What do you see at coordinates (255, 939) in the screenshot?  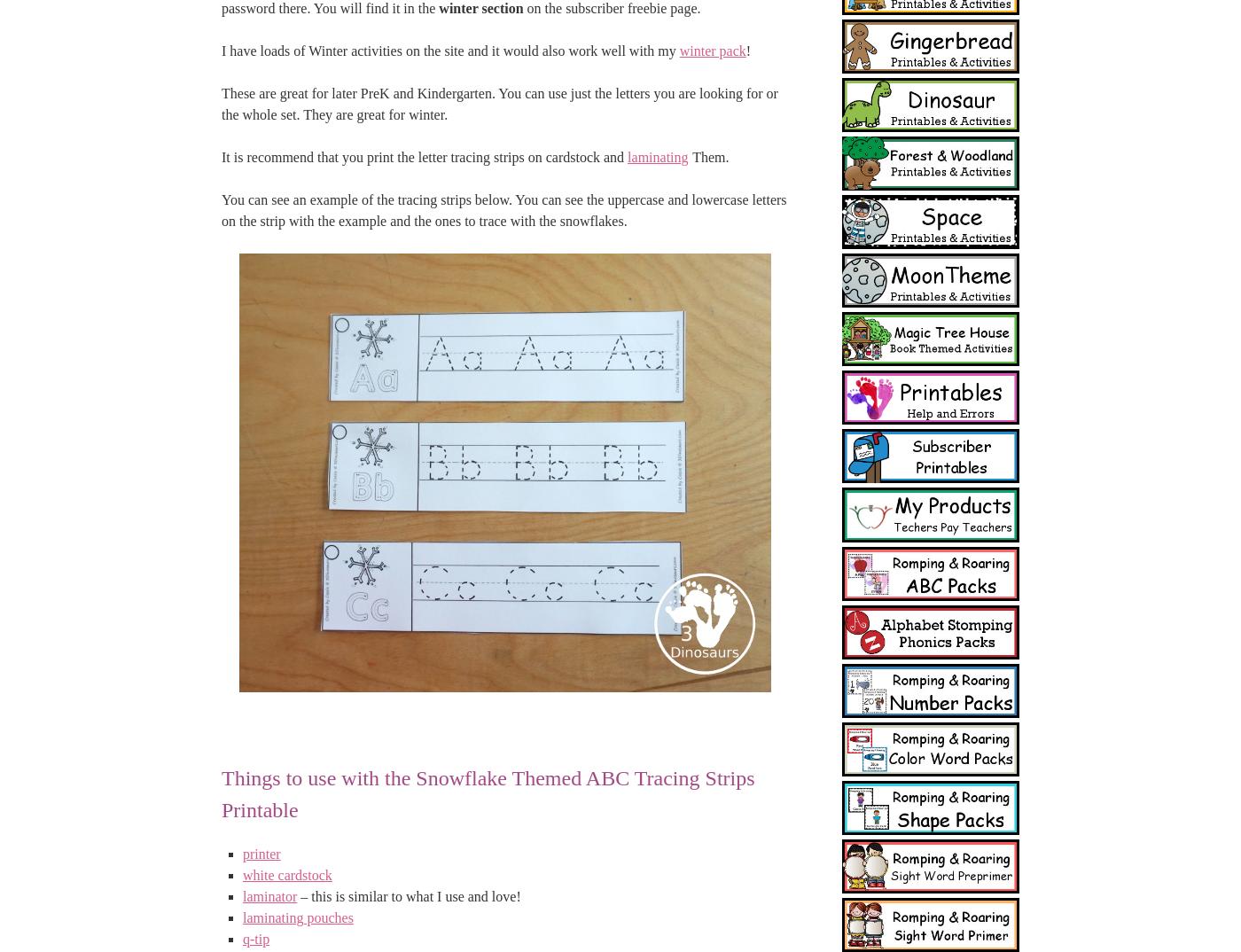 I see `'q-tip'` at bounding box center [255, 939].